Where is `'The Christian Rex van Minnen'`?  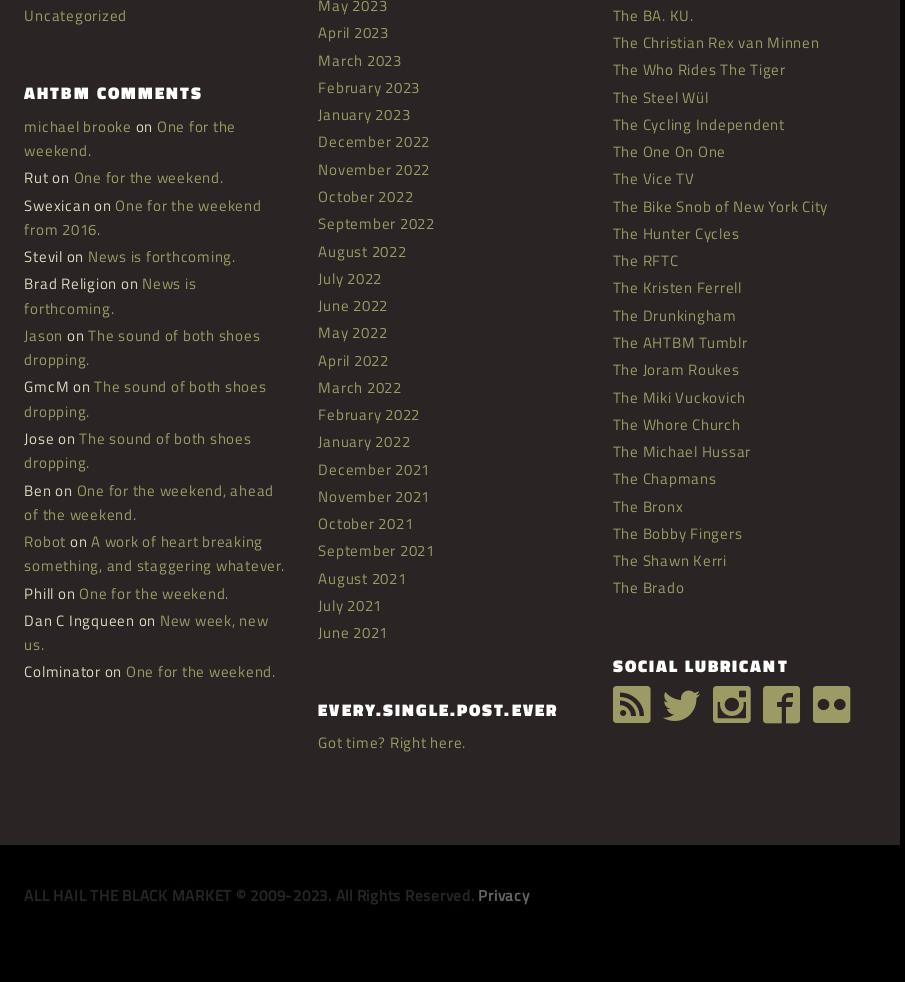 'The Christian Rex van Minnen' is located at coordinates (714, 41).